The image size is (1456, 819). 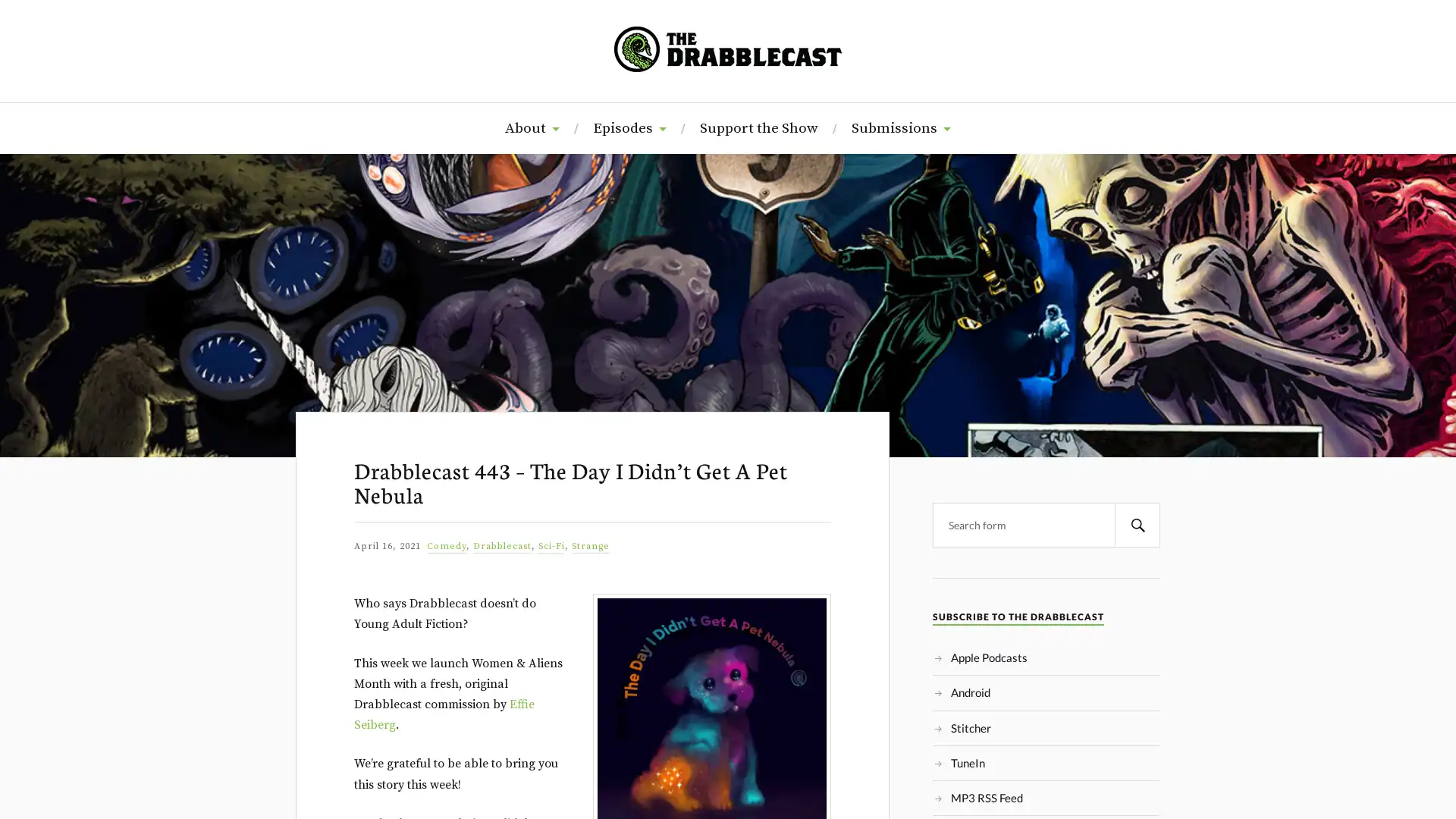 I want to click on Search, so click(x=1137, y=524).